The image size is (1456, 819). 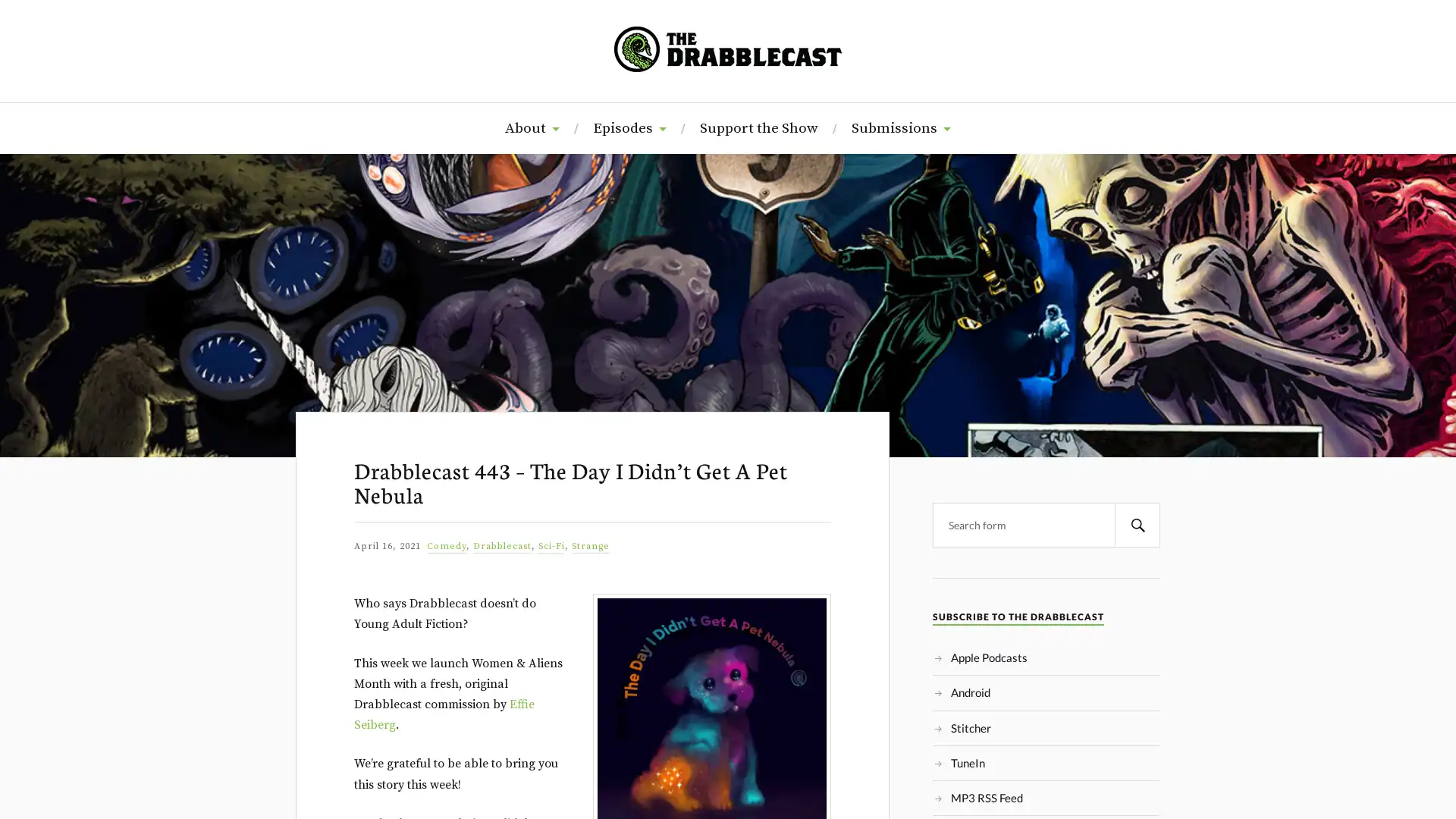 I want to click on Search, so click(x=1137, y=524).